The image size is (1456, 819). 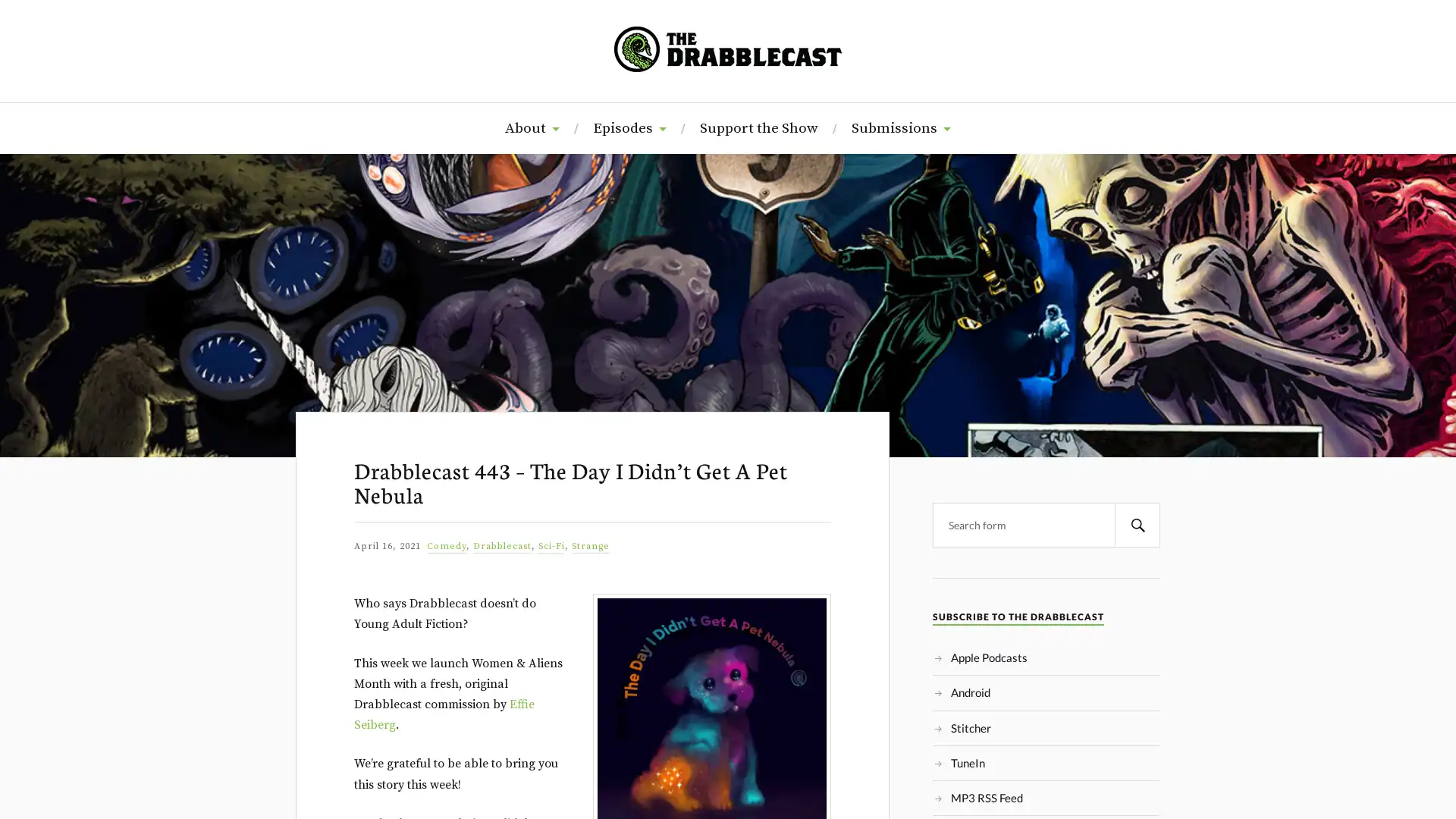 I want to click on Search, so click(x=1137, y=524).